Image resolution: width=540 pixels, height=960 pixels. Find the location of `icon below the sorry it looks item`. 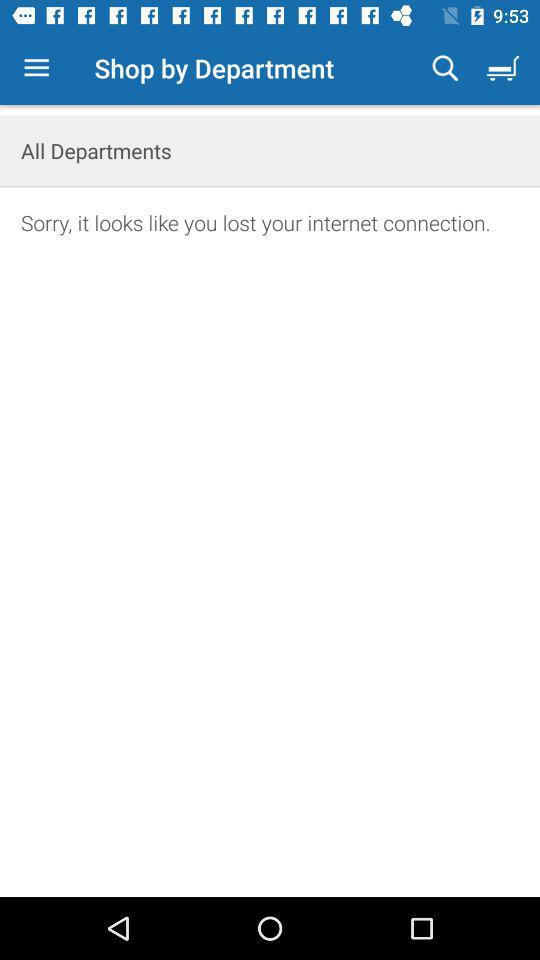

icon below the sorry it looks item is located at coordinates (270, 577).